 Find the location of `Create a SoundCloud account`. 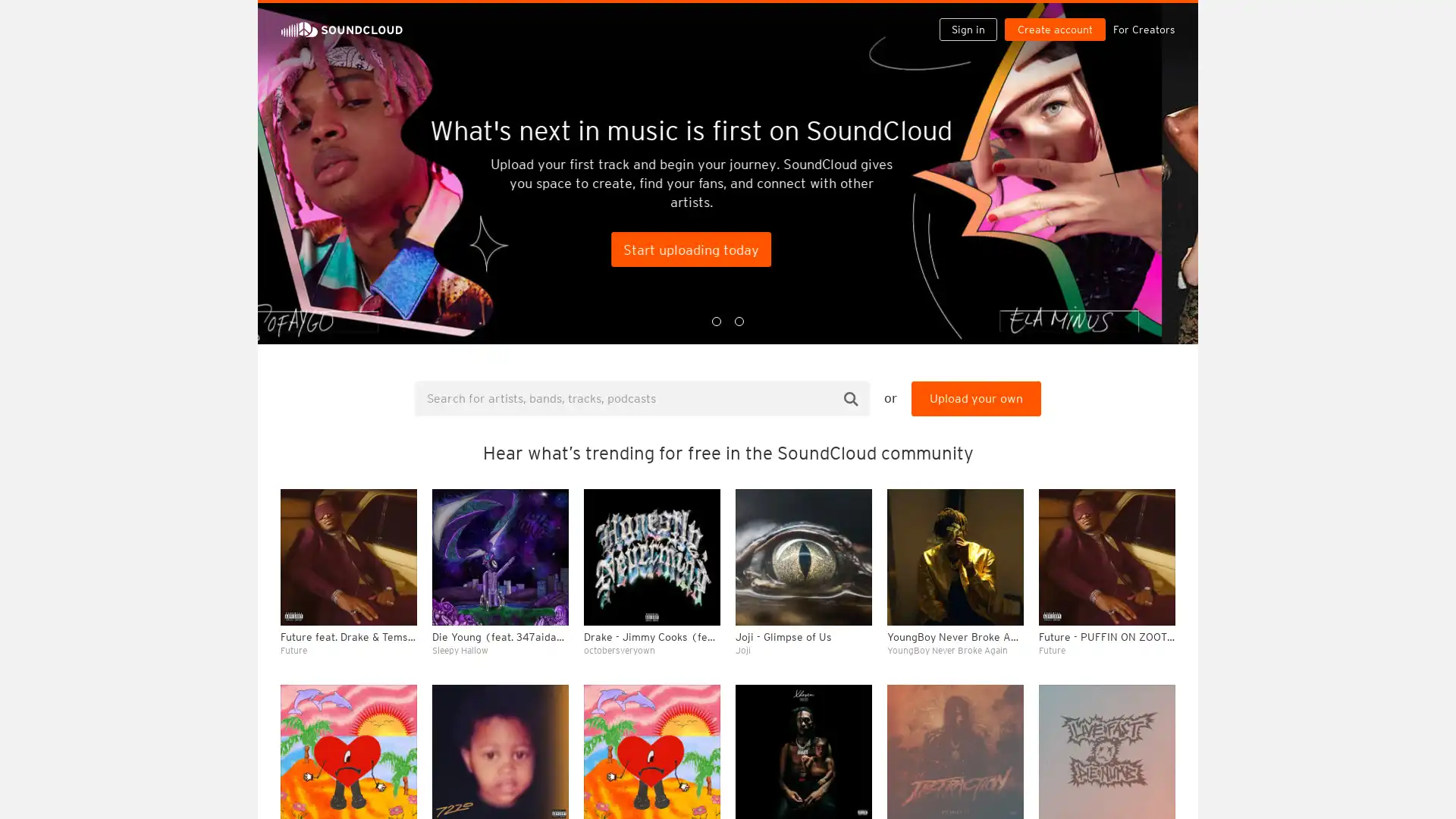

Create a SoundCloud account is located at coordinates (1058, 17).